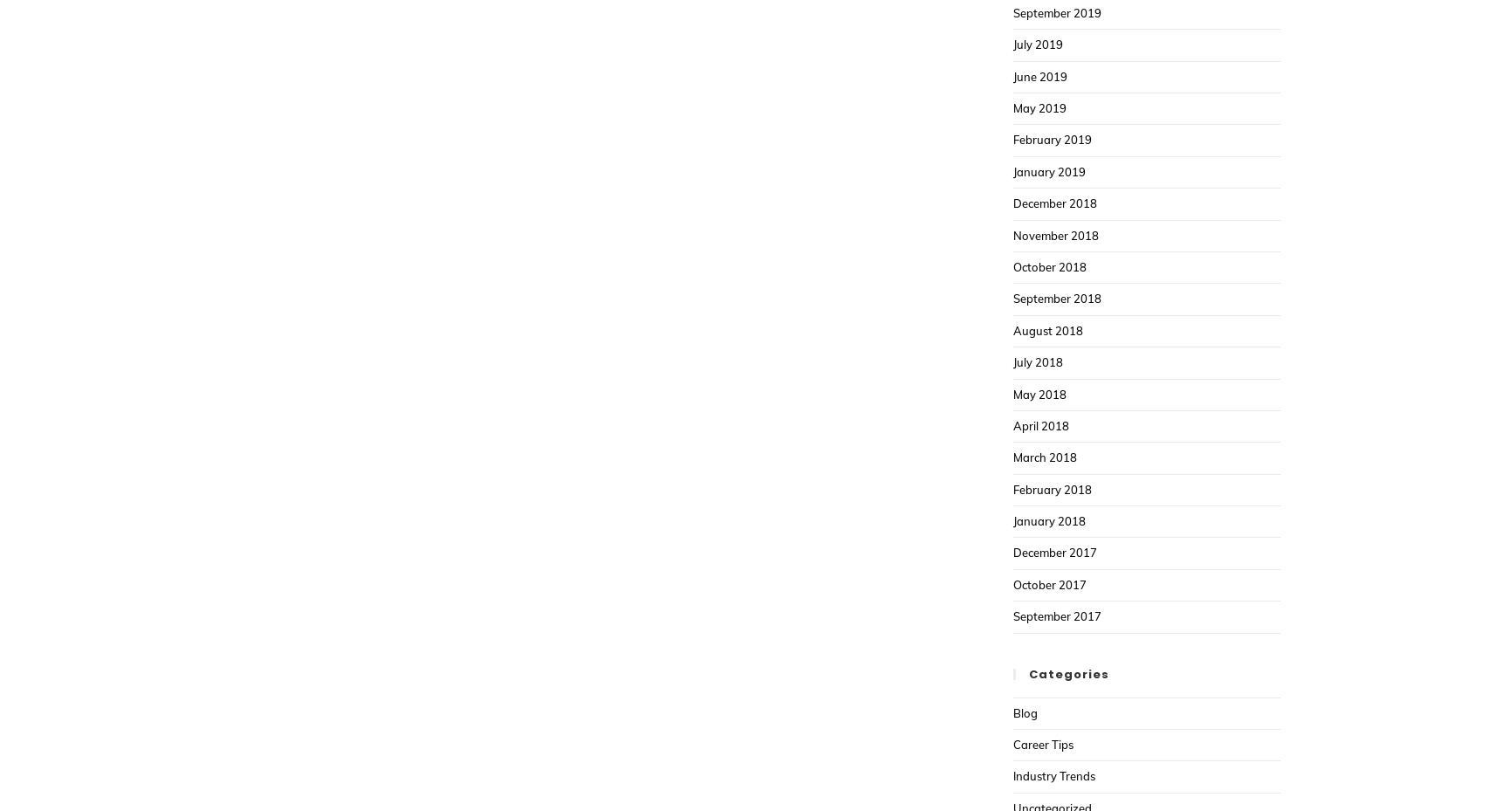 This screenshot has height=811, width=1512. I want to click on 'February 2019', so click(1052, 139).